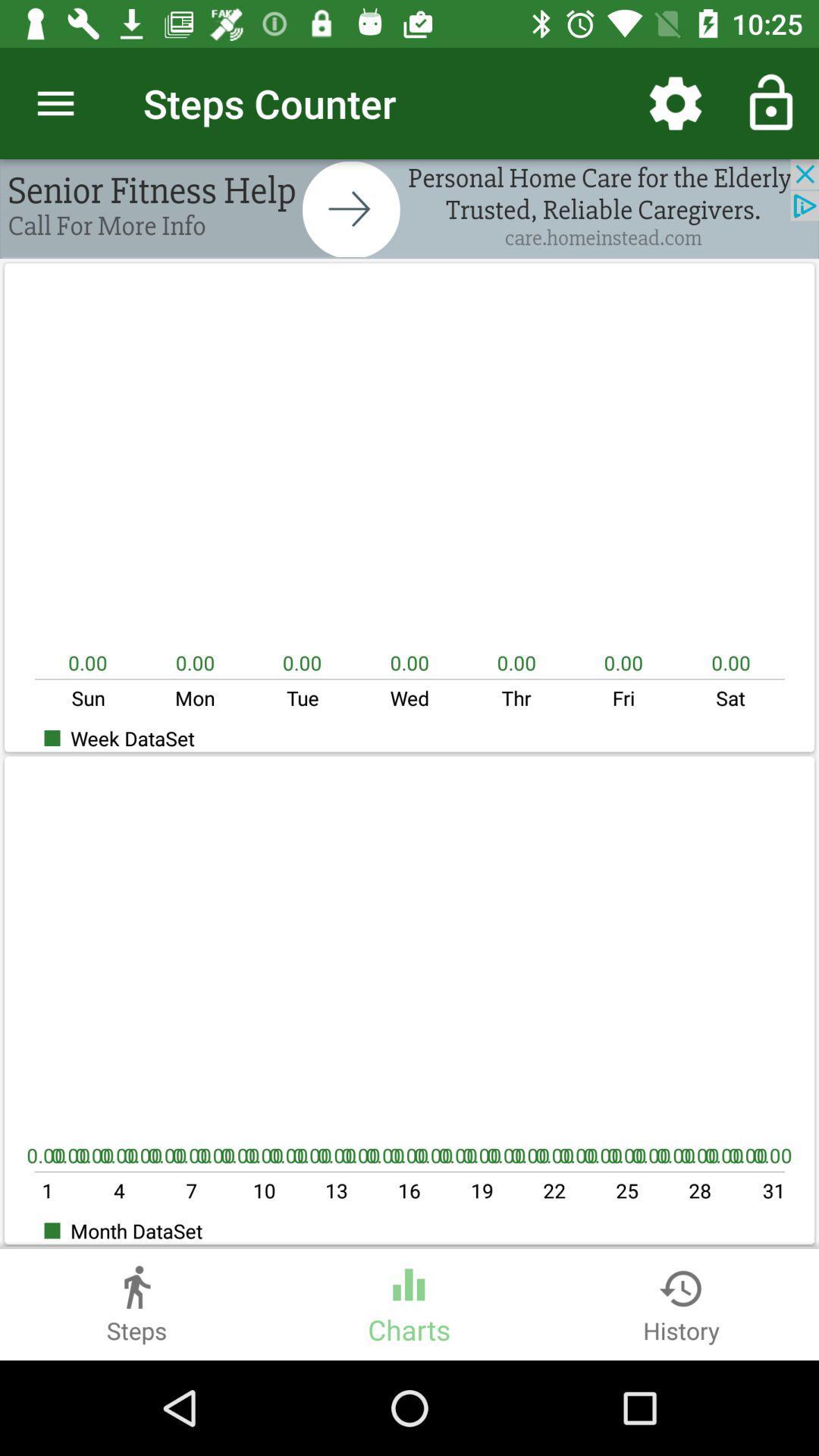 Image resolution: width=819 pixels, height=1456 pixels. Describe the element at coordinates (409, 208) in the screenshot. I see `in app advertisement space` at that location.